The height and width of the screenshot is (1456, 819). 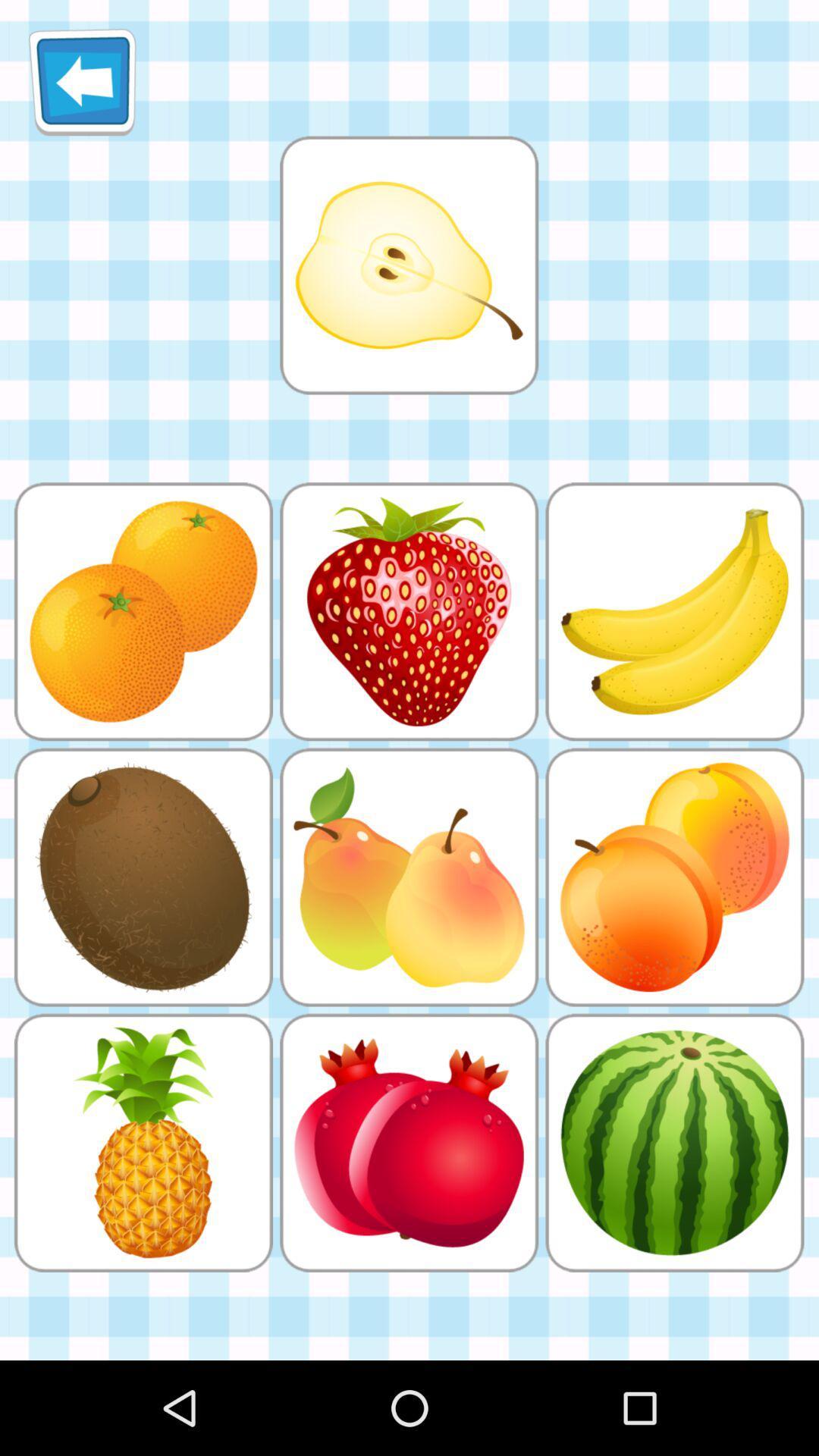 I want to click on selection choice, so click(x=408, y=265).